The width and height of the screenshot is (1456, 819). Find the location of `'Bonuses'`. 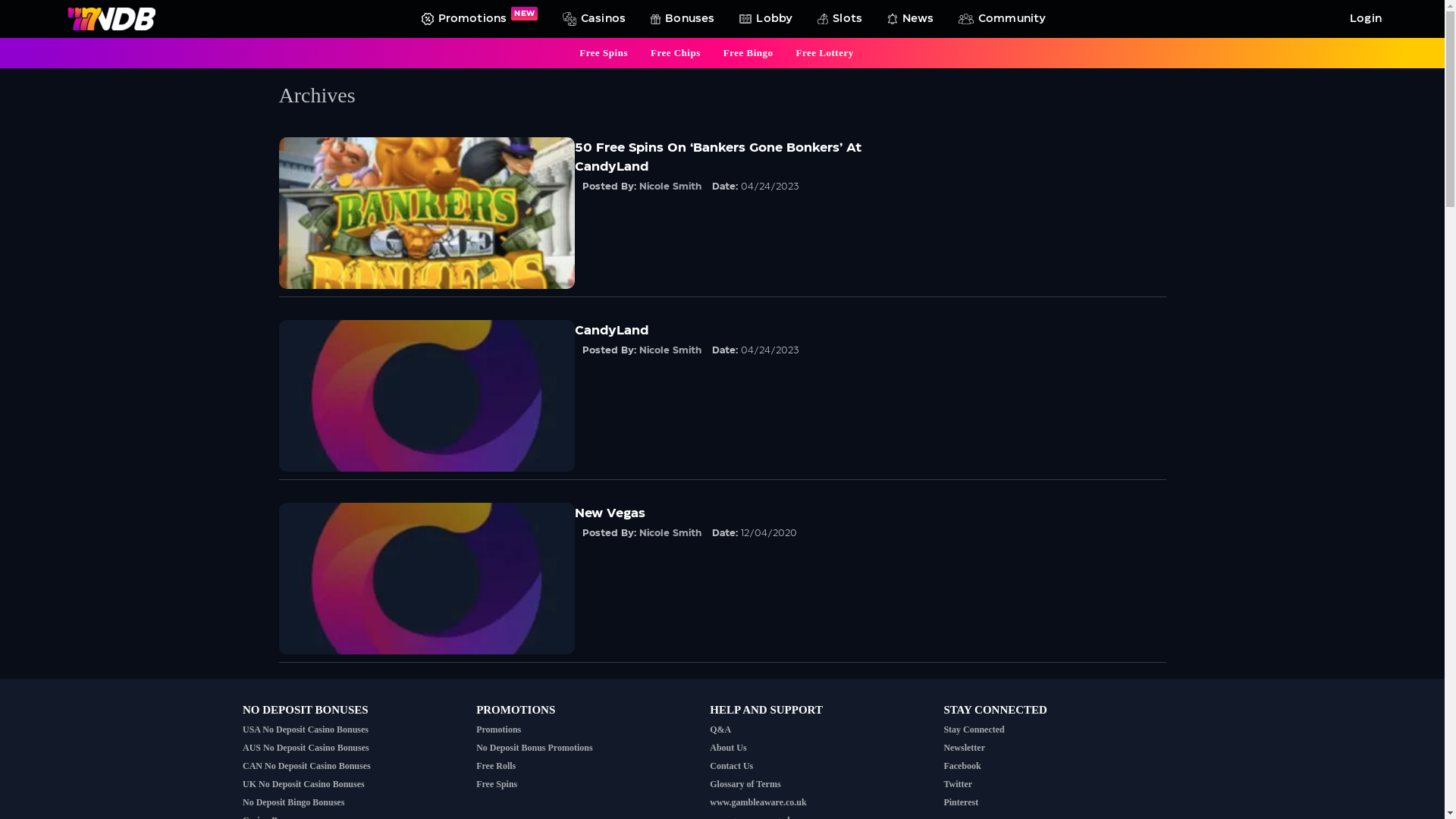

'Bonuses' is located at coordinates (679, 18).